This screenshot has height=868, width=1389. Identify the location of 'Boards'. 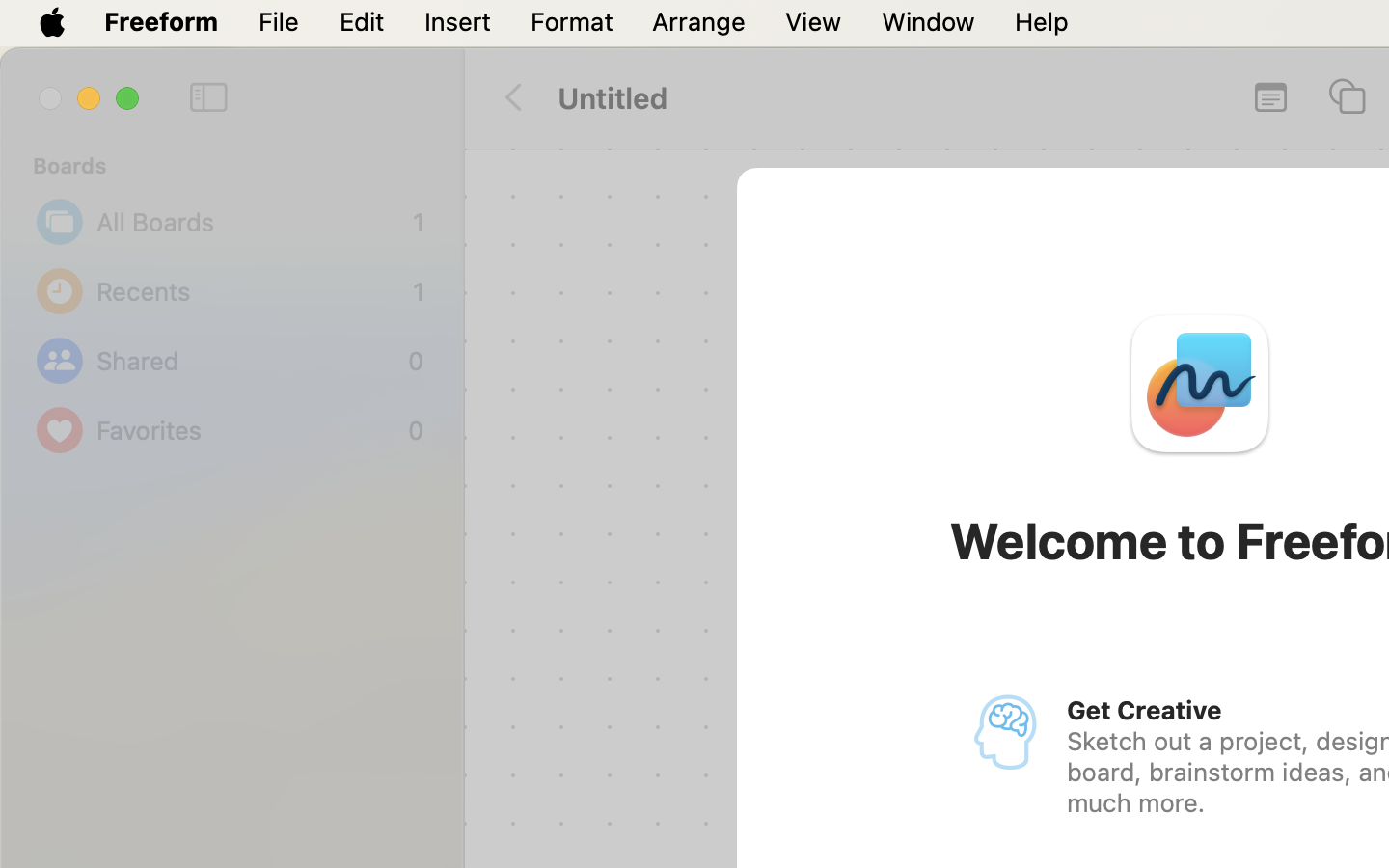
(241, 165).